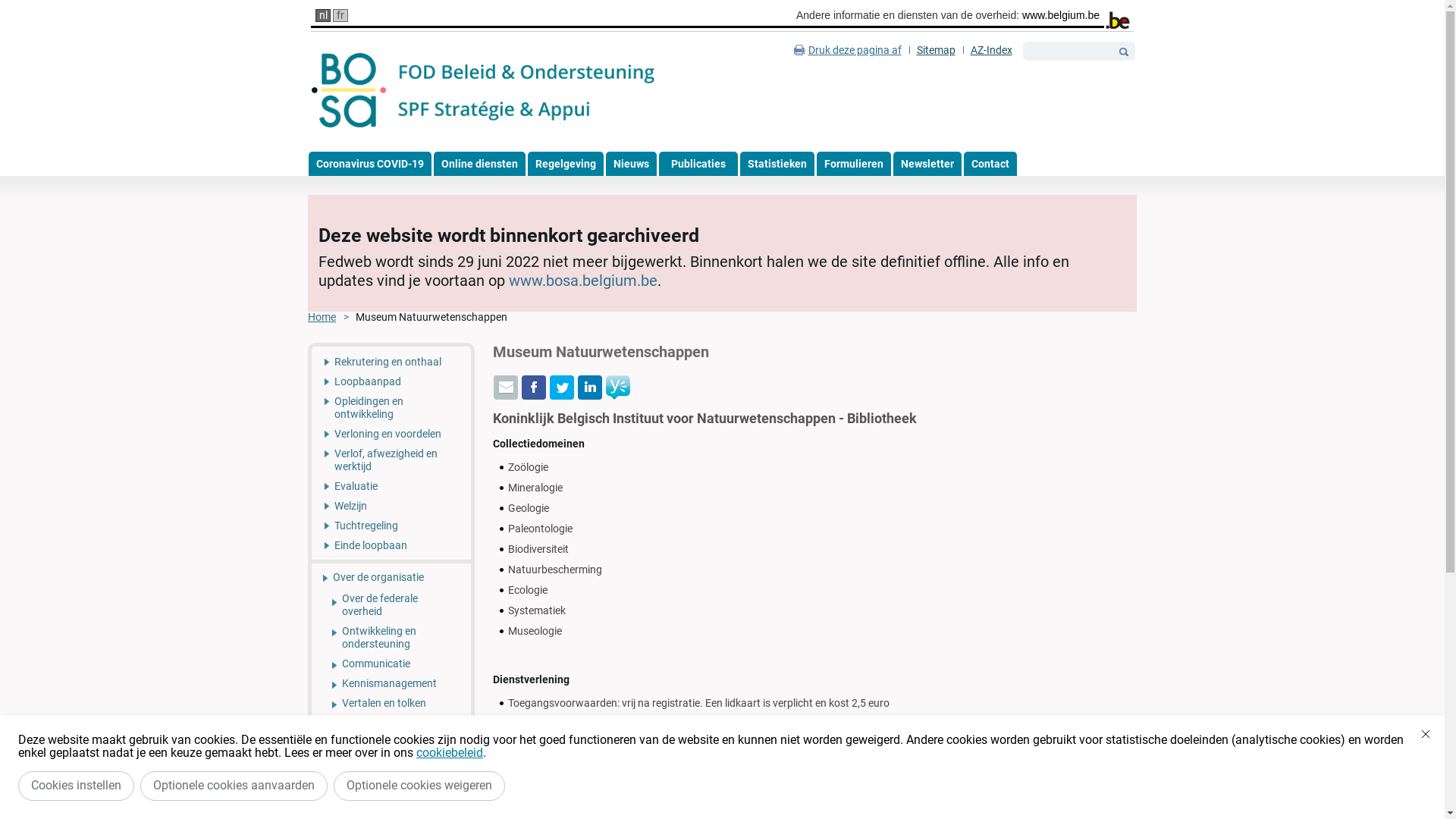 The height and width of the screenshot is (819, 1456). Describe the element at coordinates (630, 164) in the screenshot. I see `'Nieuws'` at that location.